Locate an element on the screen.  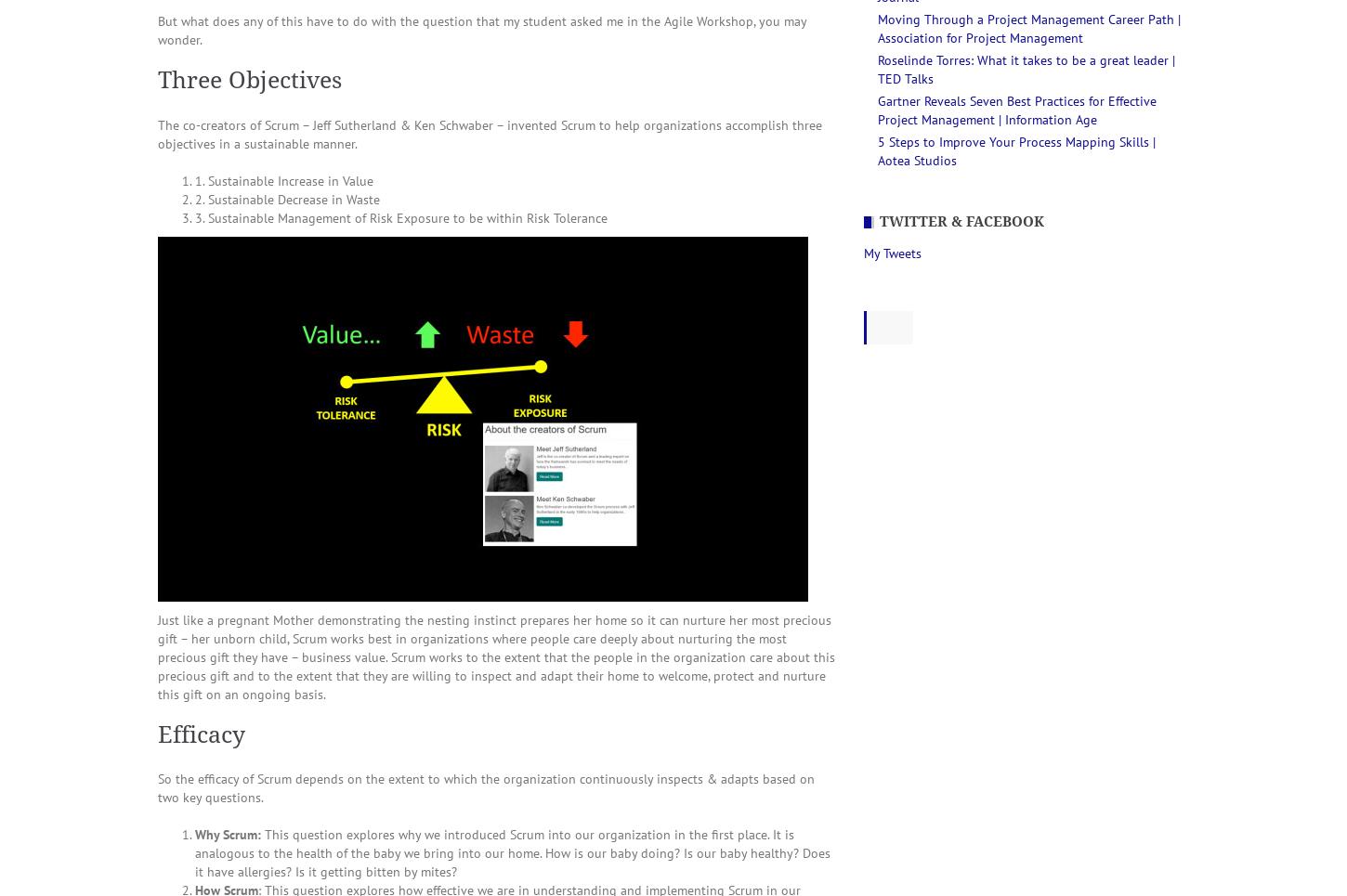
'This question explores why we introduced Scrum into our organization in the first place. It is analogous to the health of the baby we bring into our home. How is our baby doing? Is our baby healthy? Does it have allergies? Is it getting bitten by mites?' is located at coordinates (513, 851).